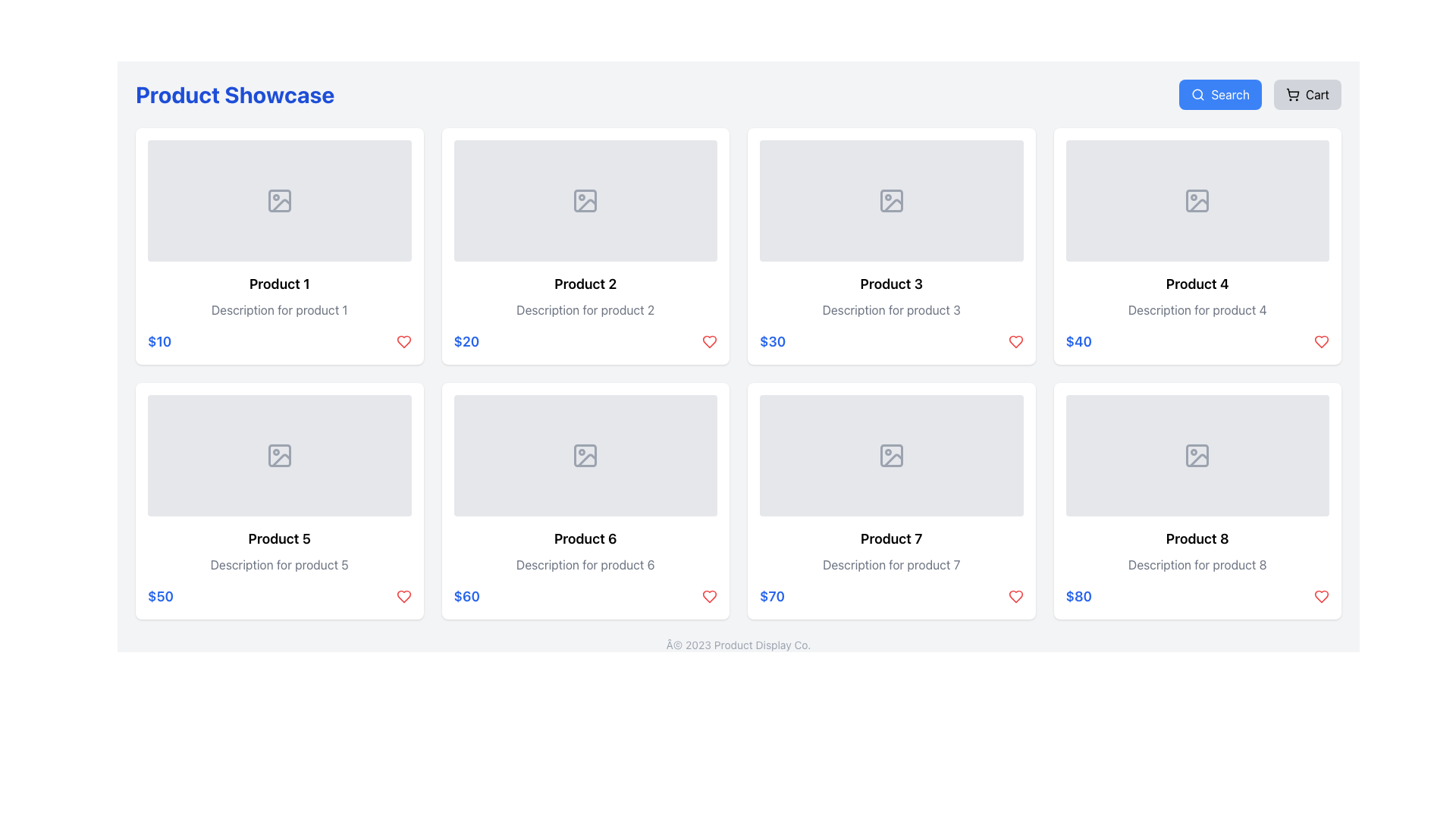 The height and width of the screenshot is (819, 1456). What do you see at coordinates (1220, 94) in the screenshot?
I see `the 'Search' button located at the top-right corner of the interface, next to the 'Cart' button, to initiate a search` at bounding box center [1220, 94].